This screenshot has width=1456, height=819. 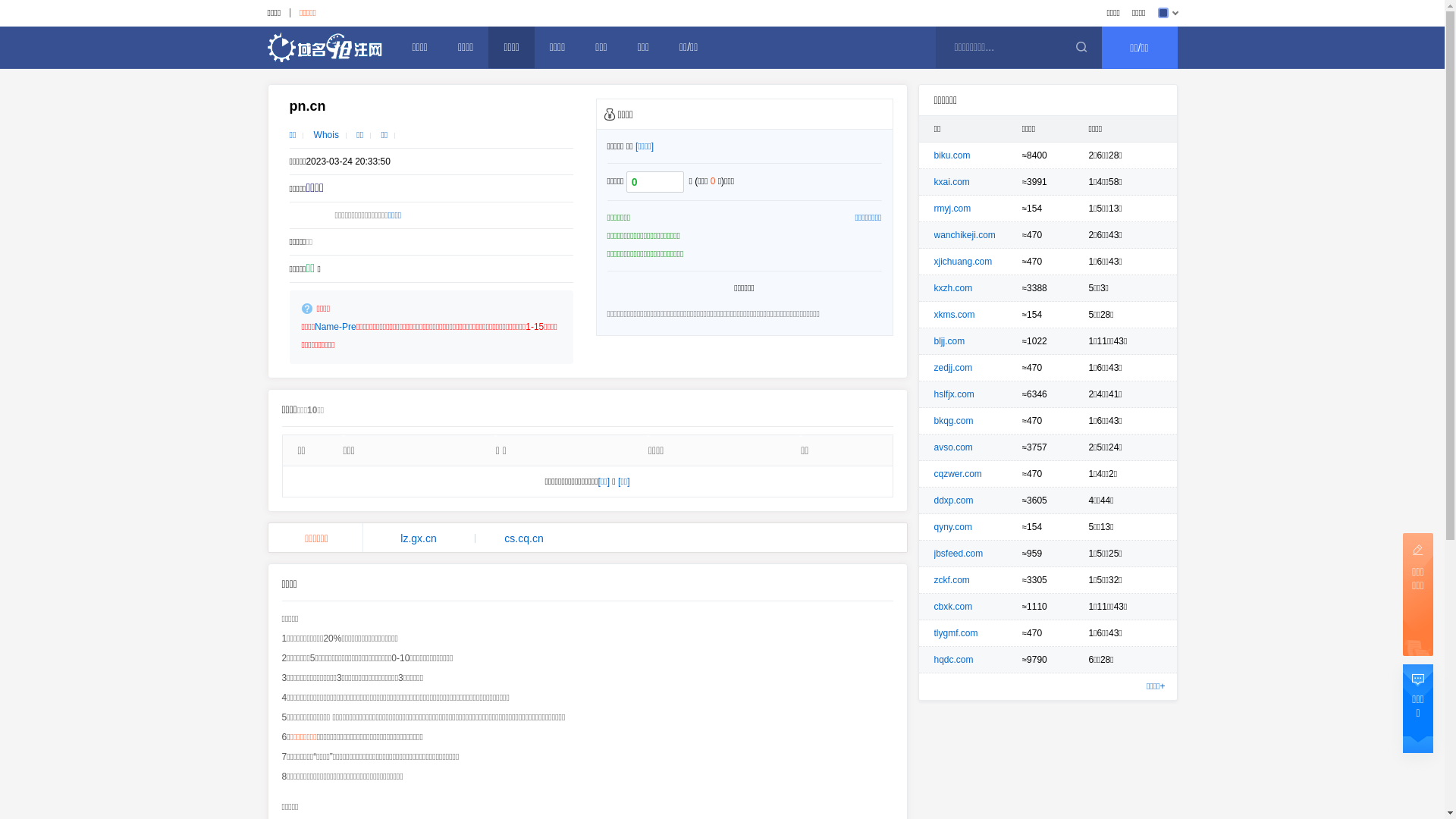 What do you see at coordinates (964, 234) in the screenshot?
I see `'wanchikeji.com'` at bounding box center [964, 234].